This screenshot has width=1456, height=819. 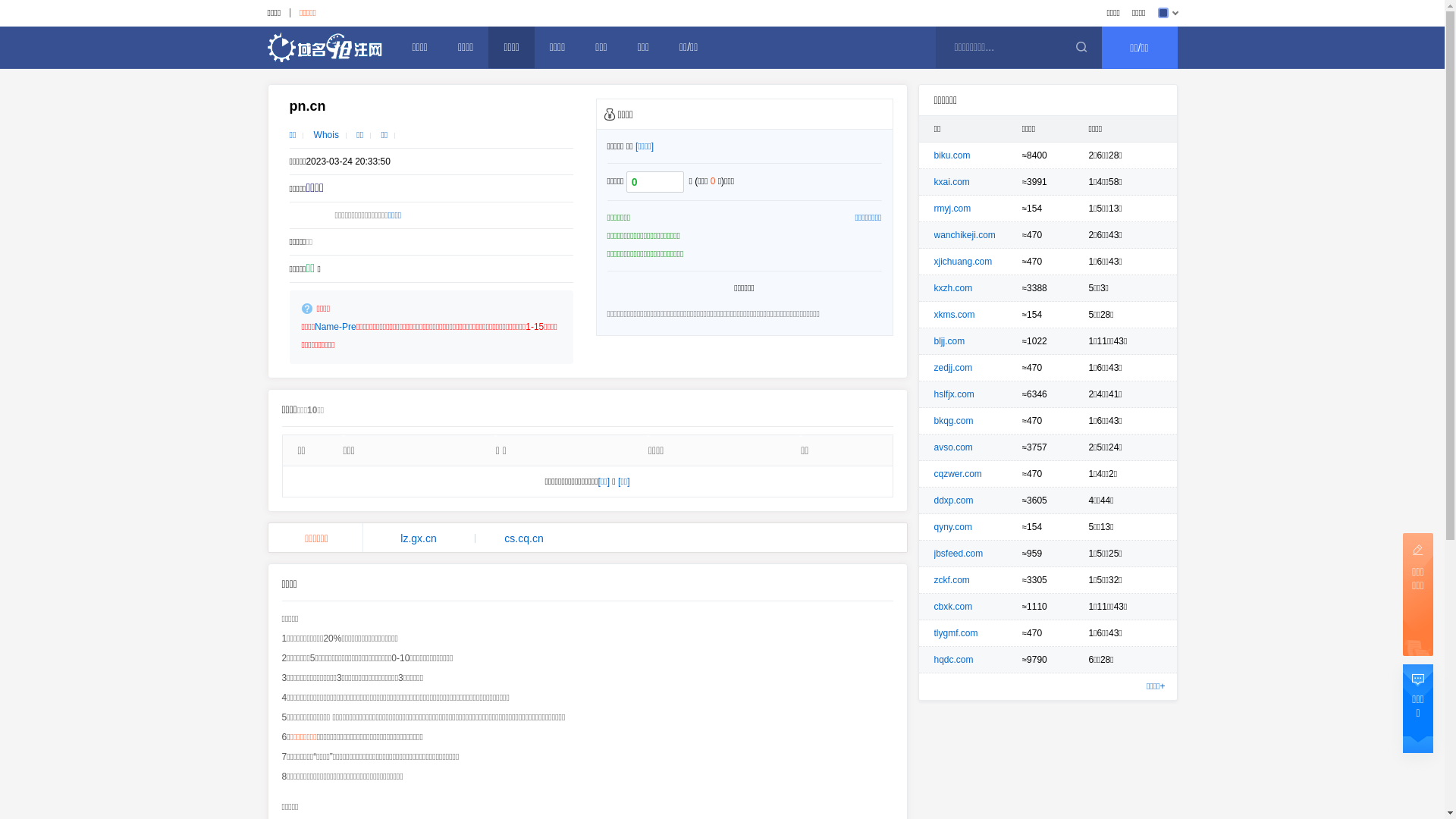 What do you see at coordinates (964, 234) in the screenshot?
I see `'wanchikeji.com'` at bounding box center [964, 234].